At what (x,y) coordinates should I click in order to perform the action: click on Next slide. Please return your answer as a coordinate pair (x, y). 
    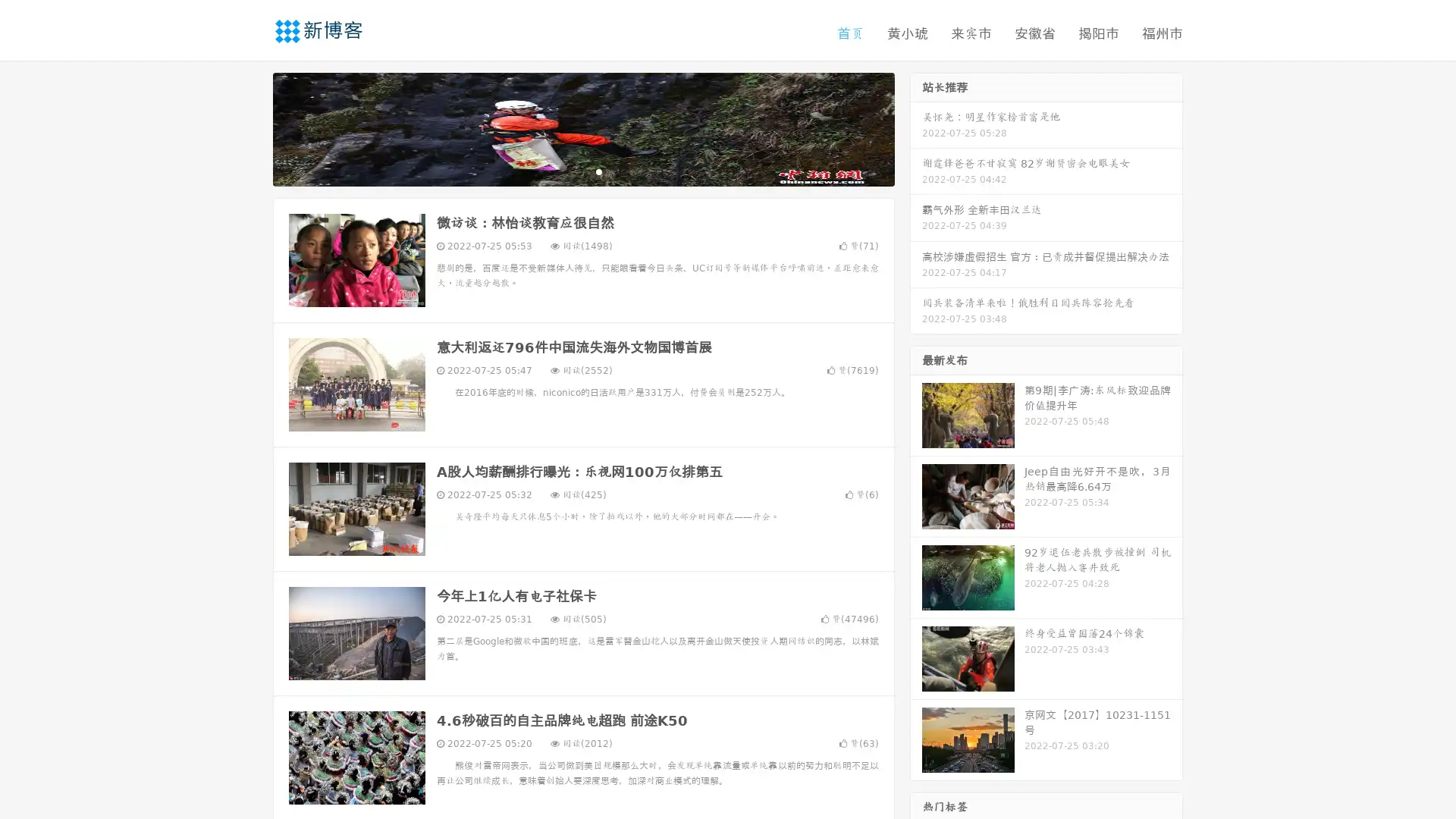
    Looking at the image, I should click on (916, 127).